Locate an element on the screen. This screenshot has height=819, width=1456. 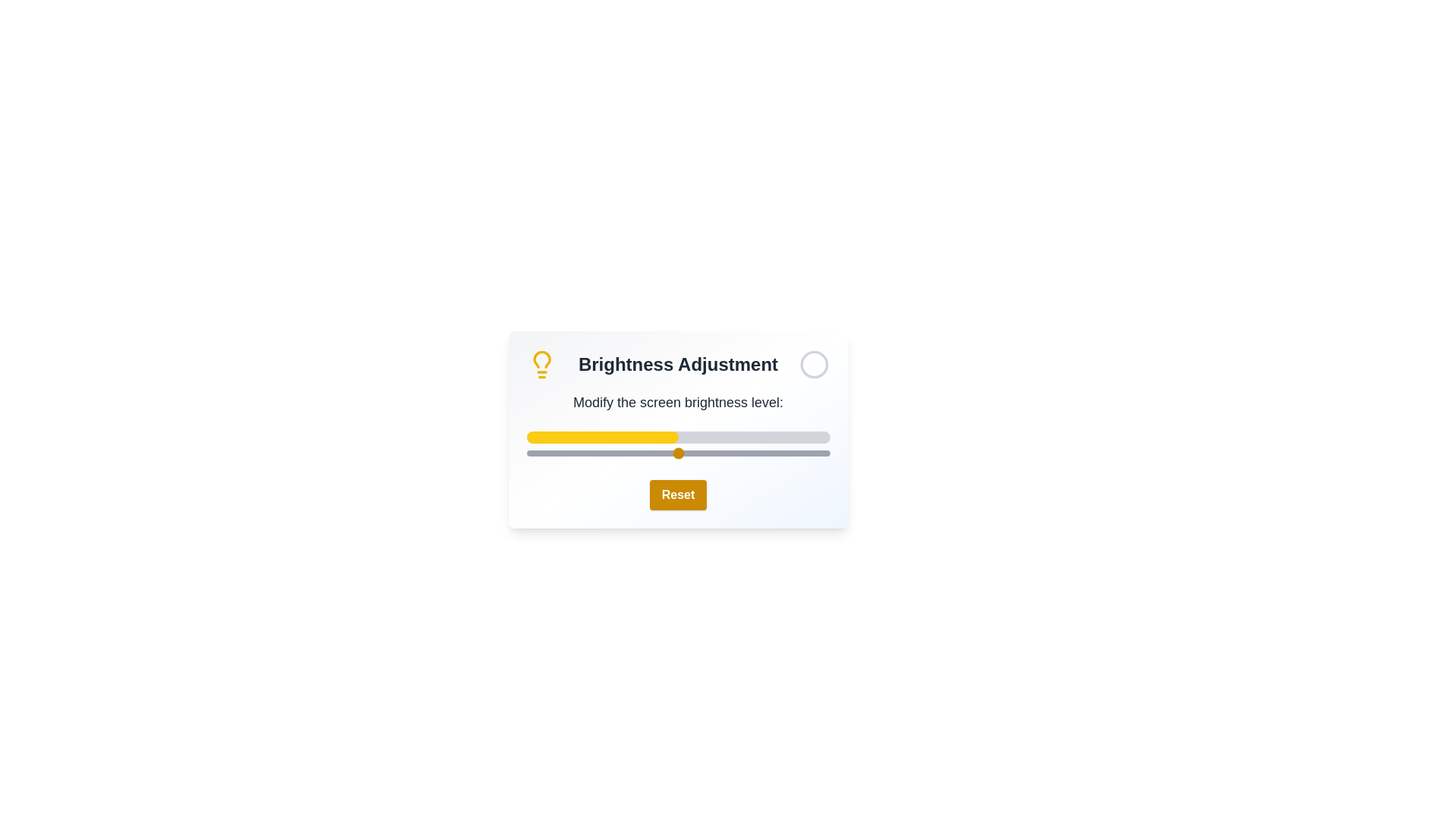
the brightness slider to 87% is located at coordinates (789, 452).